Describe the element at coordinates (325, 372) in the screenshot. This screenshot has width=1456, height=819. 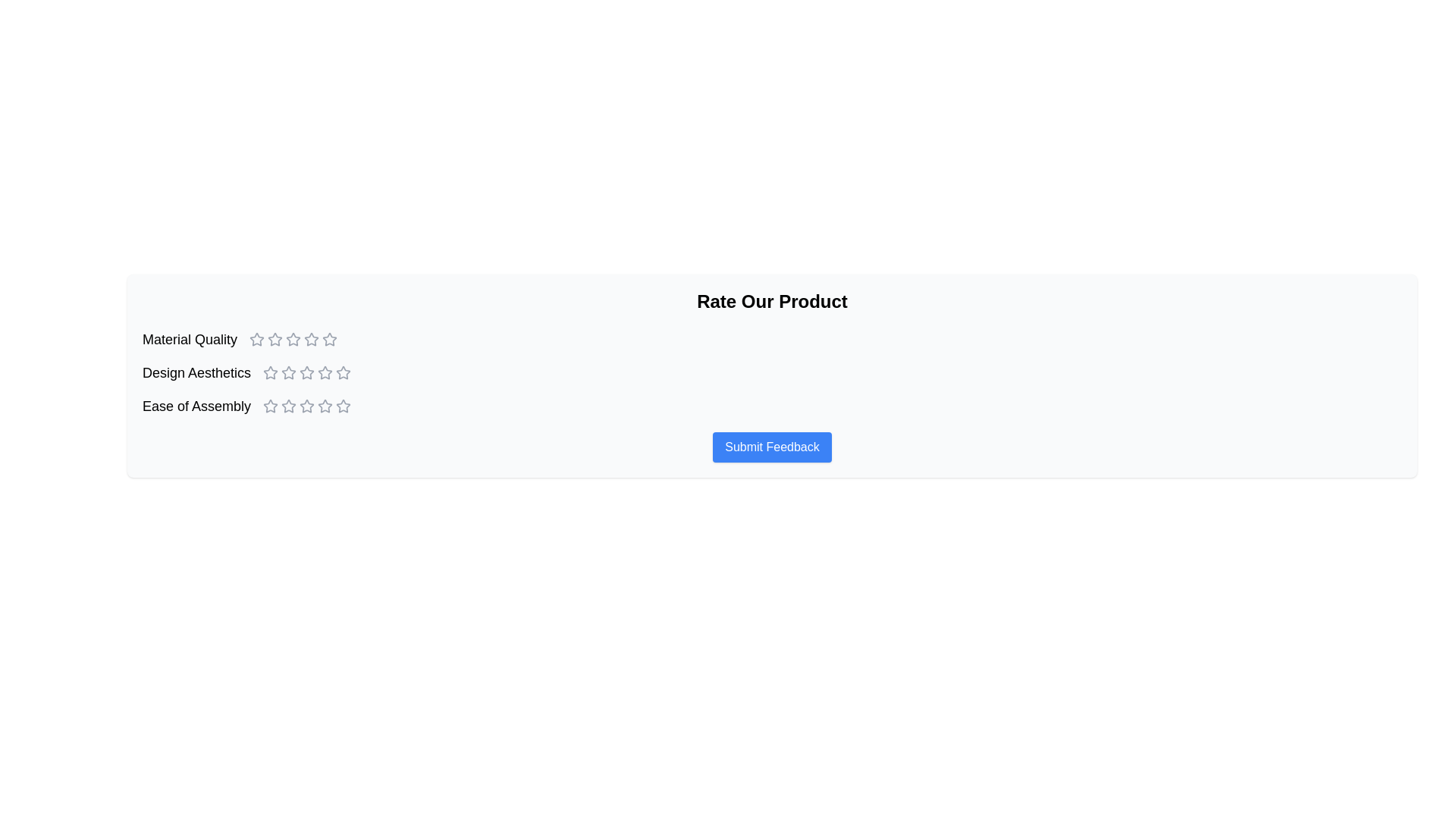
I see `the third star icon in the 5-star rating system under the 'Design Aesthetics' section to rate the product` at that location.